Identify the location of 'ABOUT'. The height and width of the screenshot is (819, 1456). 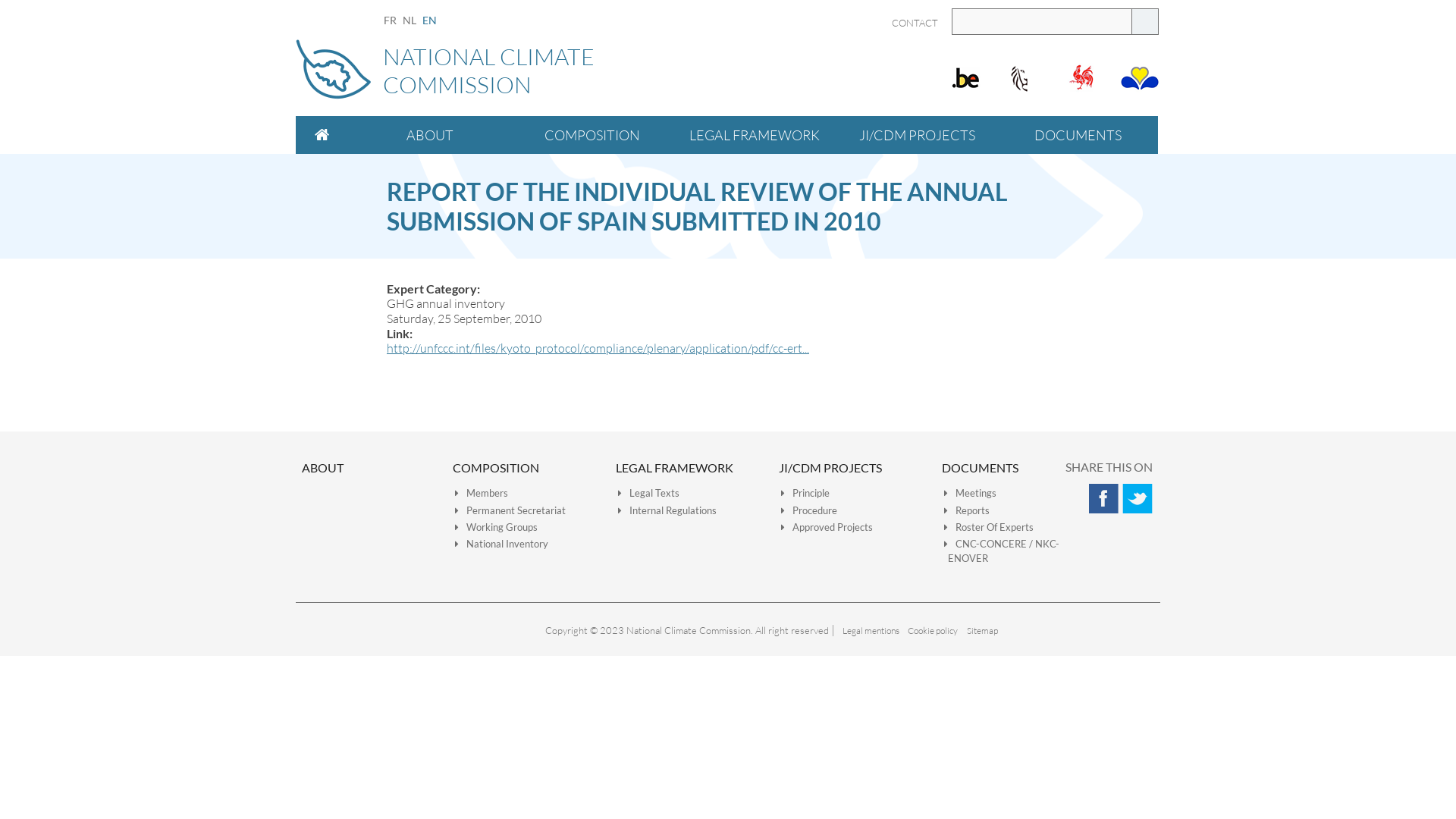
(302, 466).